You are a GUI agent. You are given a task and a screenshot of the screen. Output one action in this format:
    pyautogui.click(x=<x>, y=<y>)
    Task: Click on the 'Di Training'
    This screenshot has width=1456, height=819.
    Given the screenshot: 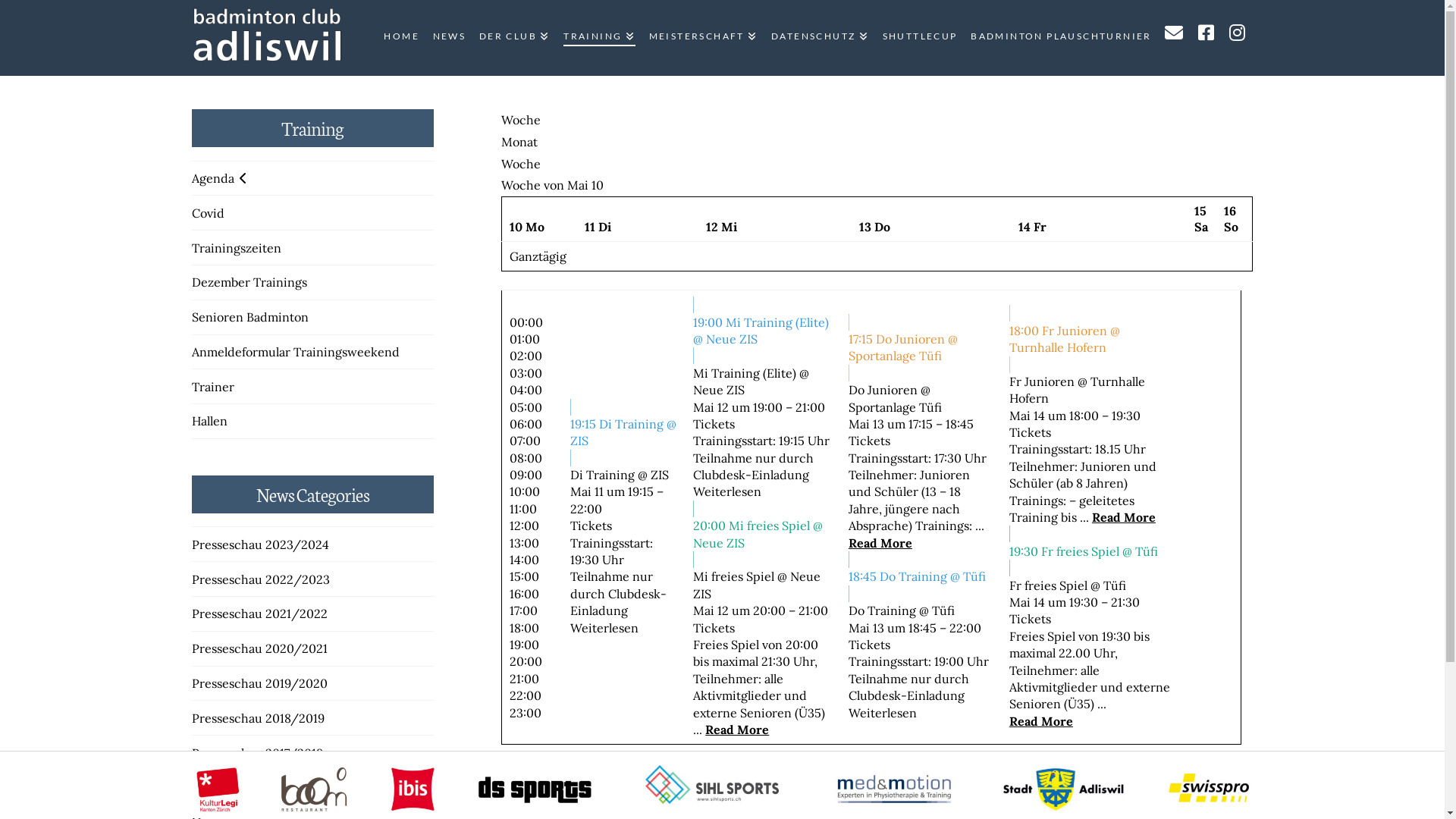 What is the action you would take?
    pyautogui.click(x=601, y=473)
    